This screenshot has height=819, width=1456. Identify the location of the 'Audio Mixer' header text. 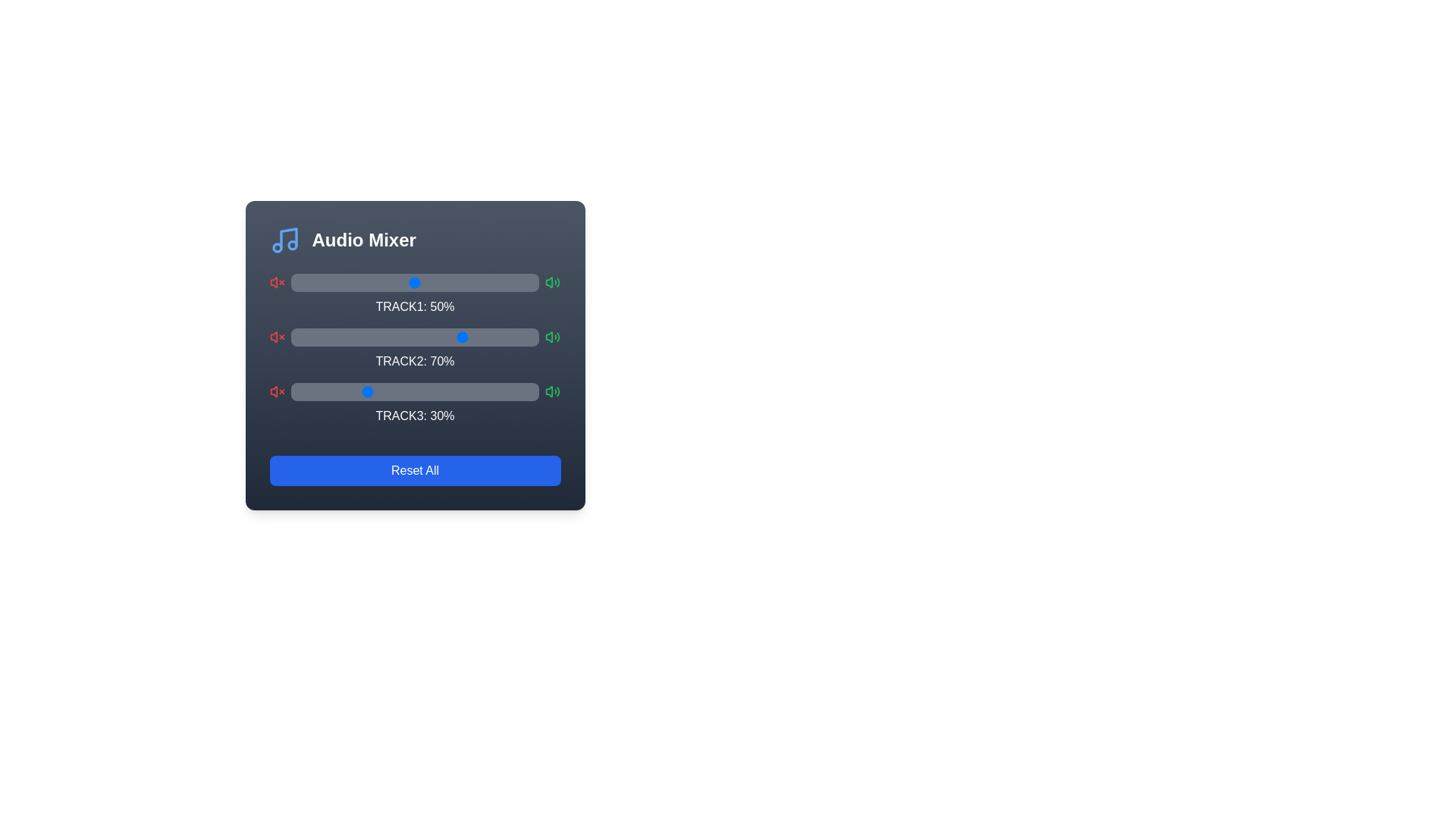
(364, 239).